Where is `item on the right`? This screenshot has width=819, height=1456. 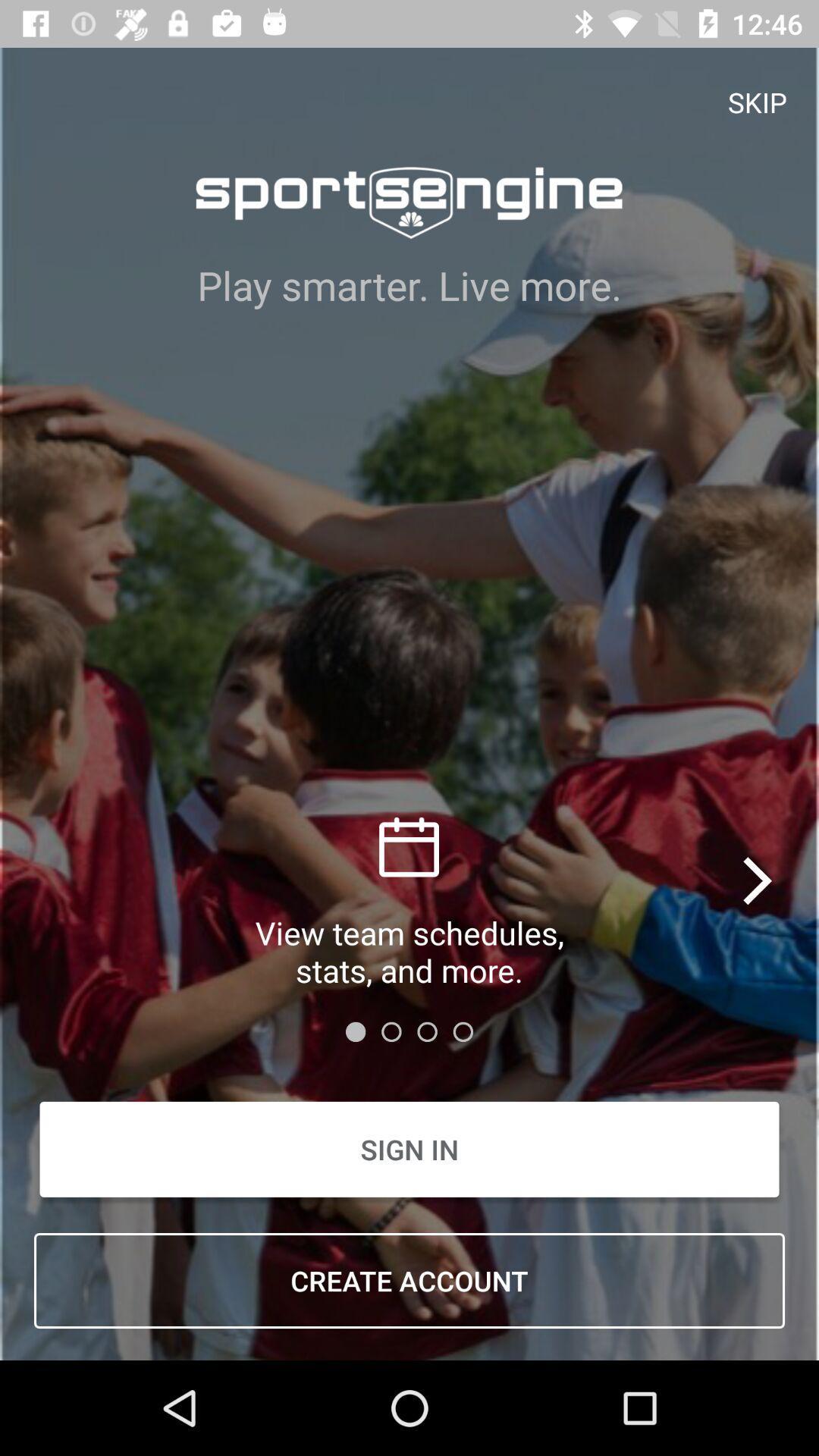 item on the right is located at coordinates (759, 880).